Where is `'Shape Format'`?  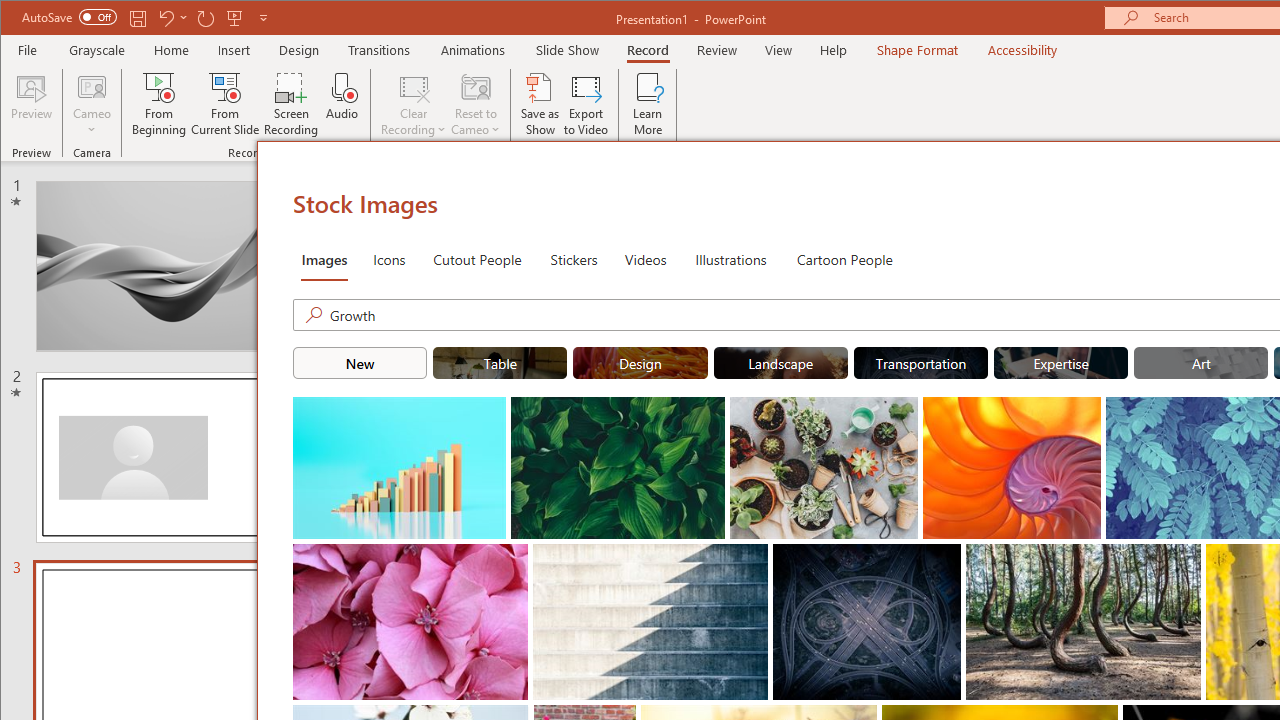 'Shape Format' is located at coordinates (916, 49).